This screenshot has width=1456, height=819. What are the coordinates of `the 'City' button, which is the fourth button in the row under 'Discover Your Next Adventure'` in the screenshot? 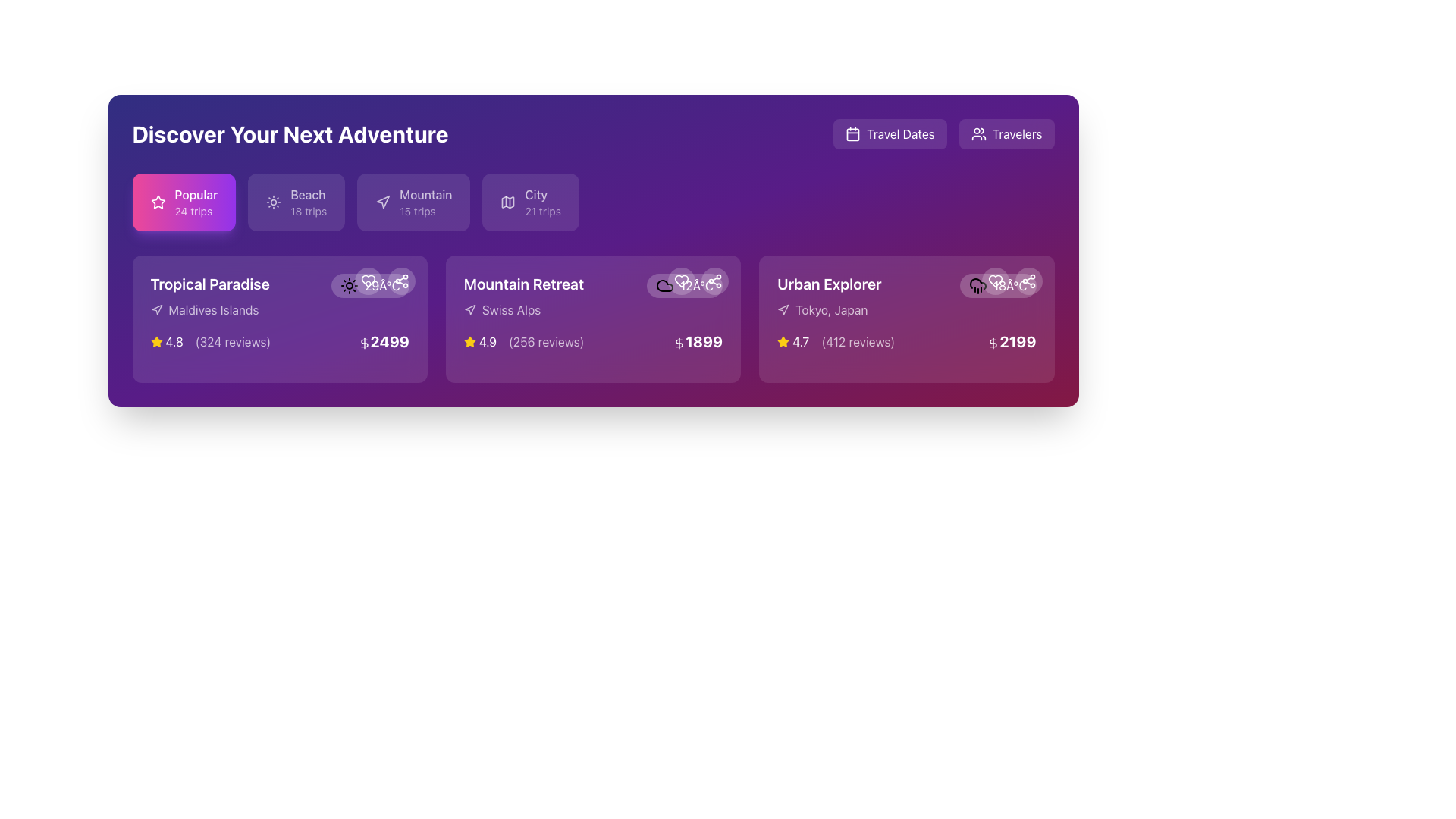 It's located at (531, 201).